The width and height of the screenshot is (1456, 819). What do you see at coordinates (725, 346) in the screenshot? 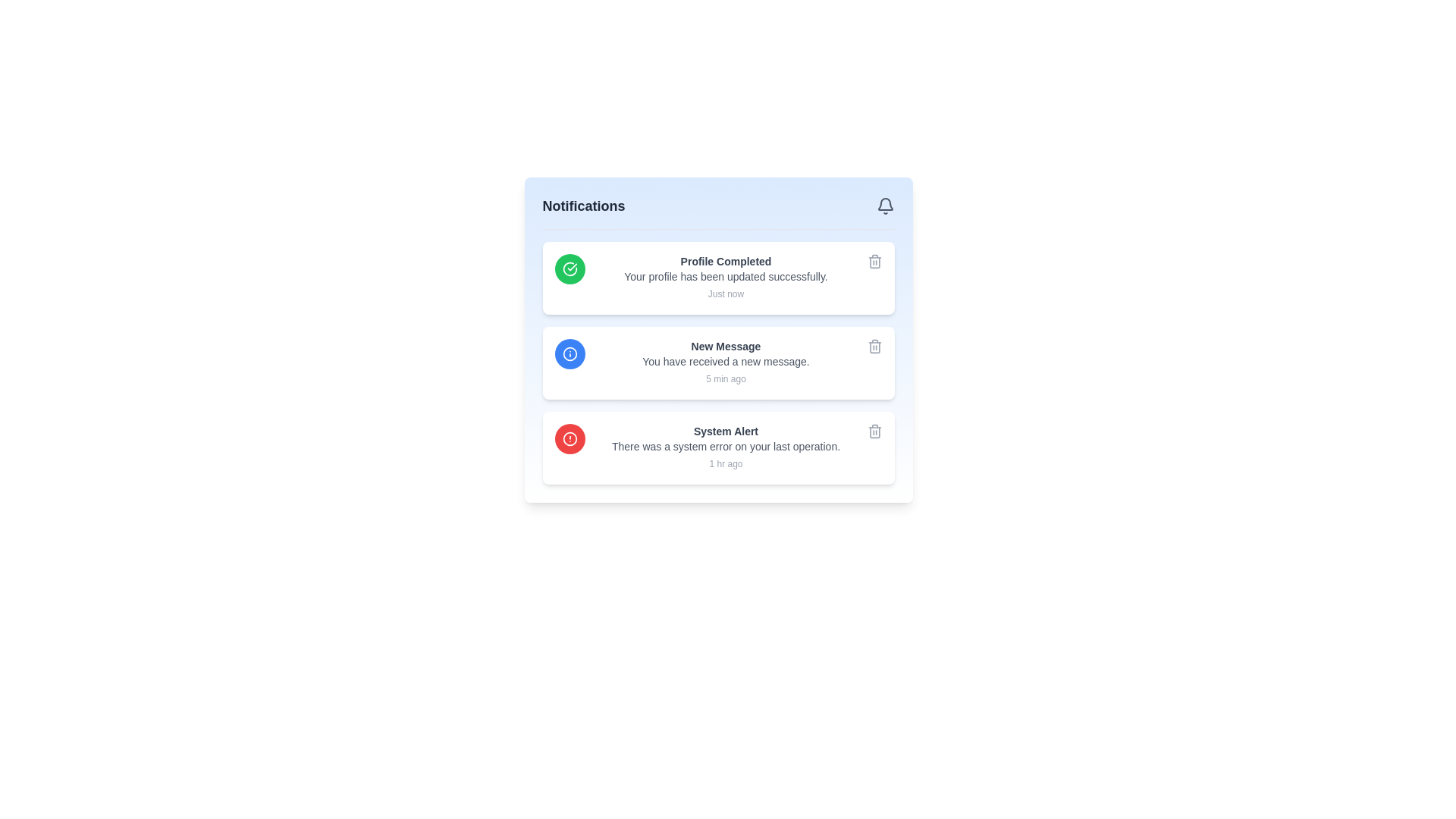
I see `on the 'New Message' text label located at the top of the notification module` at bounding box center [725, 346].